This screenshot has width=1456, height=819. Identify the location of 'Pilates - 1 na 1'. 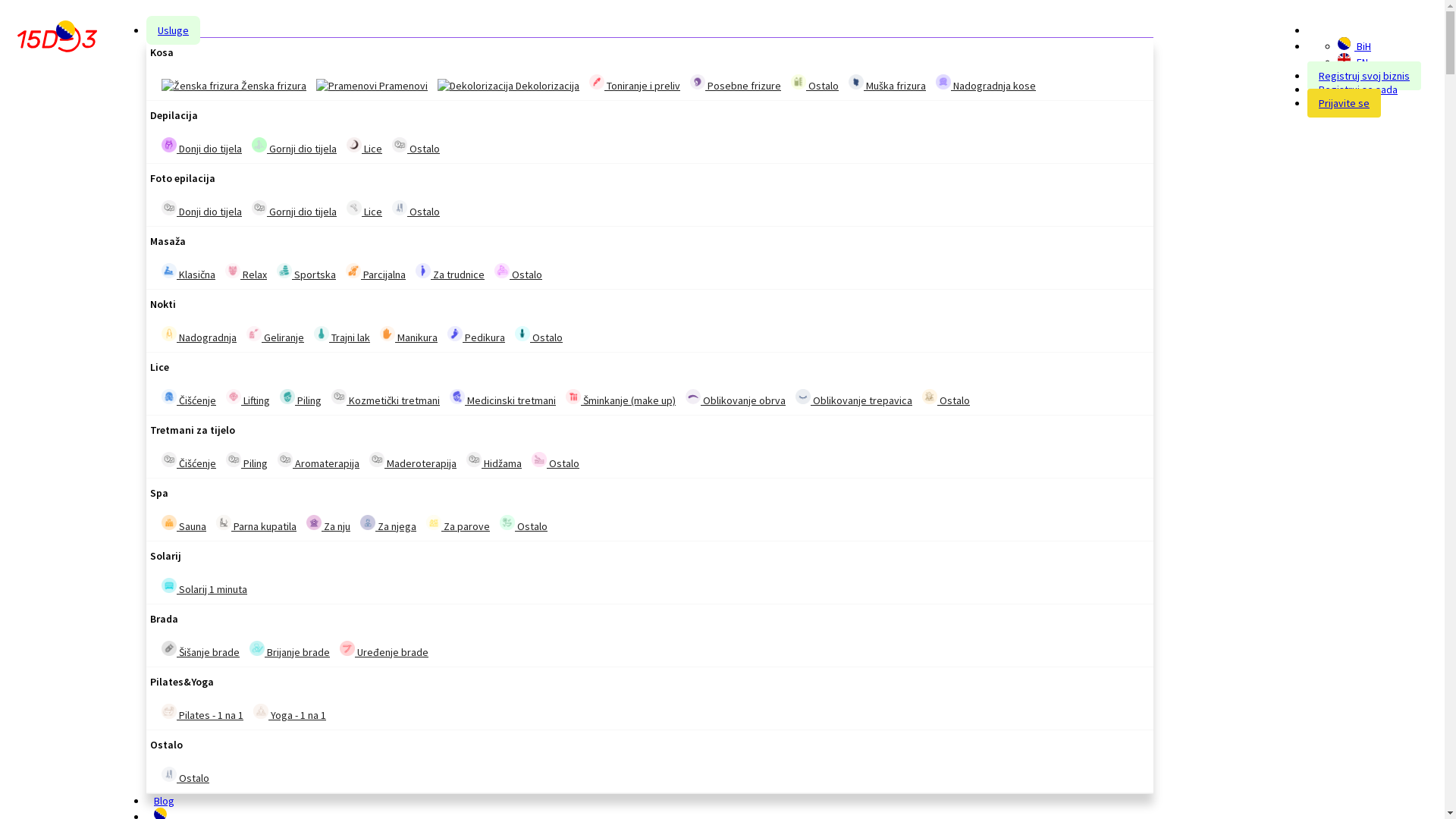
(168, 711).